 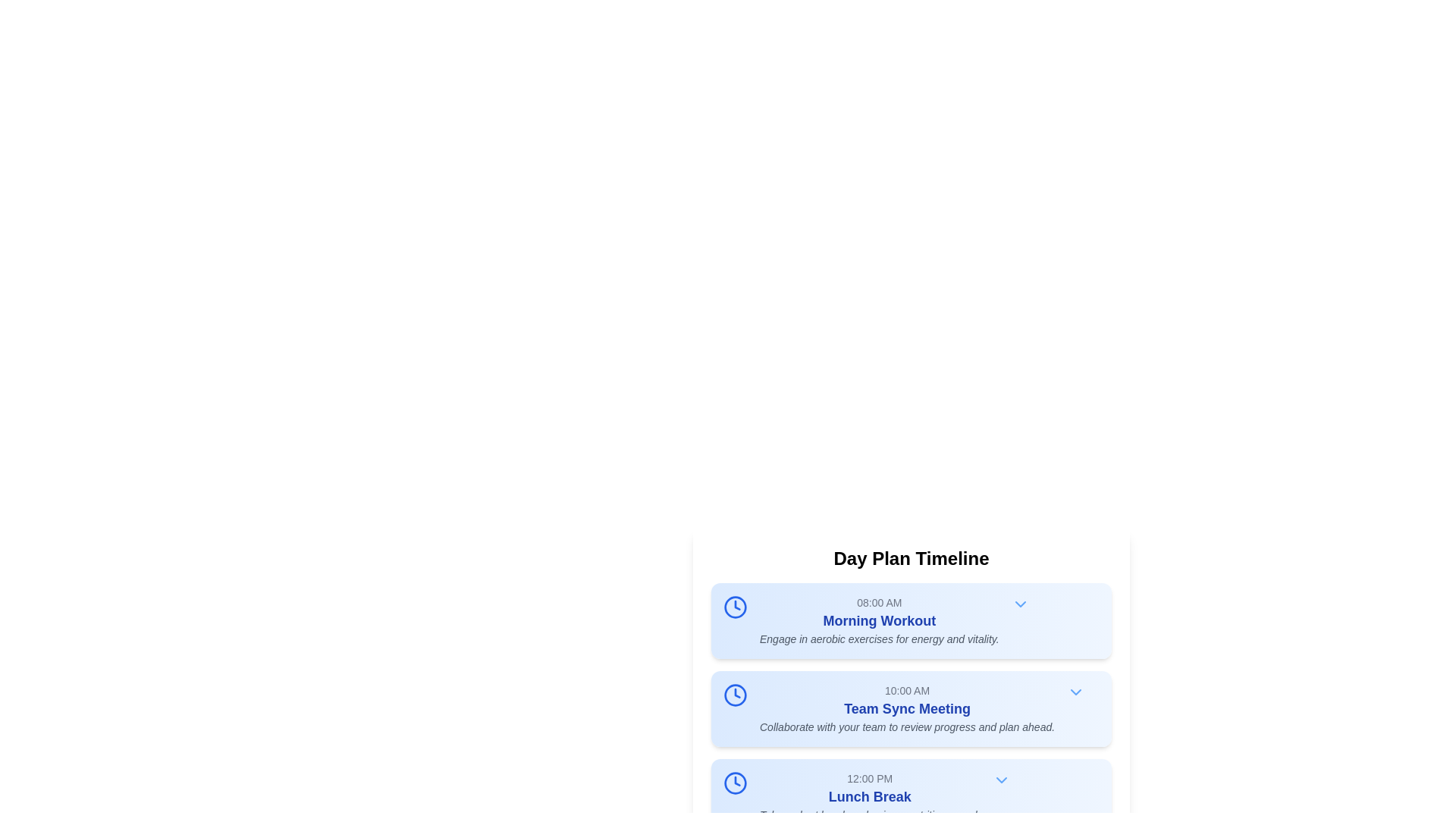 I want to click on the blue chevron-down icon located at the rightmost side of the 'Lunch Break' section in the day plan timeline to observe interaction cues, so click(x=1001, y=780).